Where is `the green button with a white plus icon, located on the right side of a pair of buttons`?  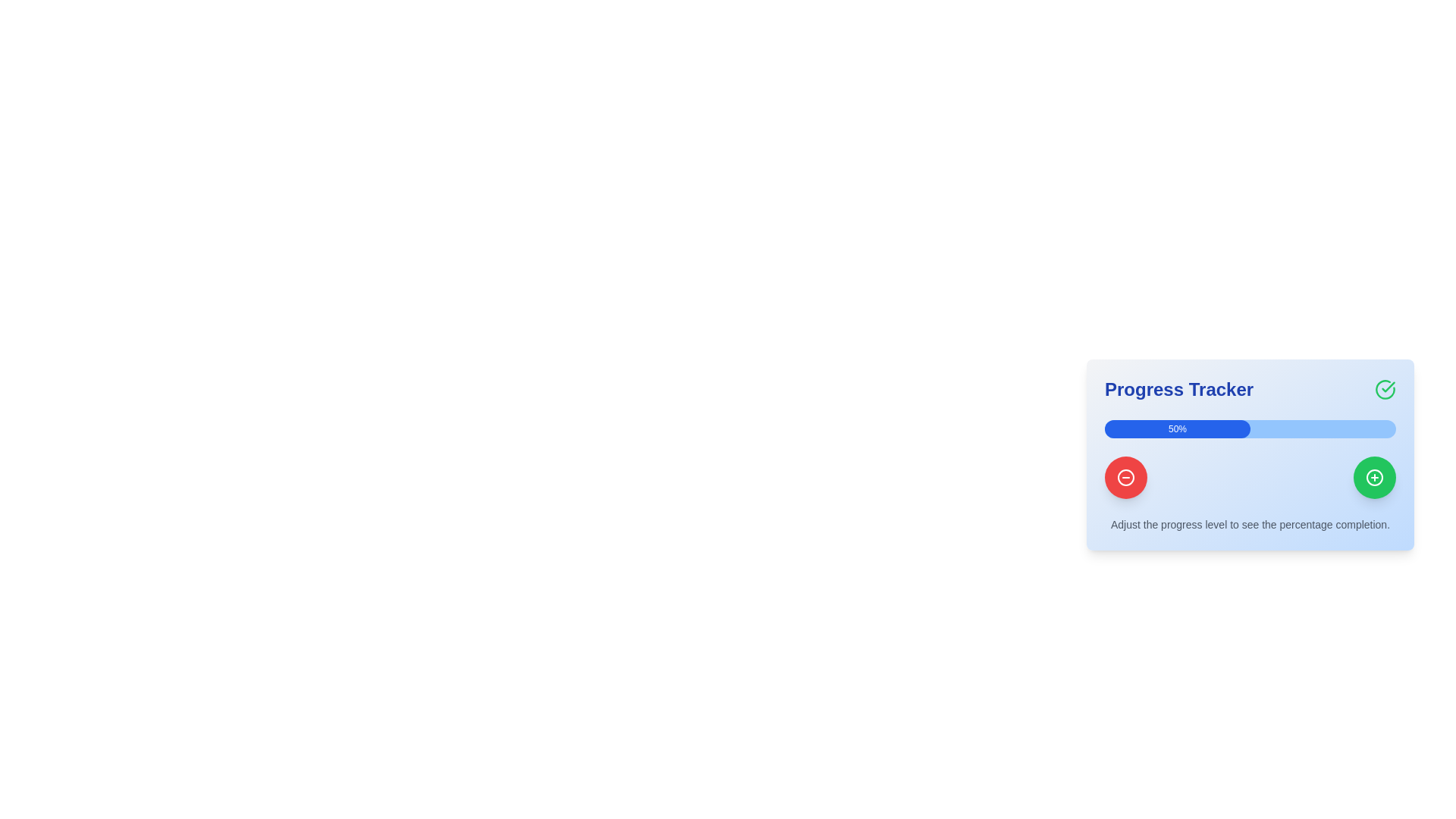
the green button with a white plus icon, located on the right side of a pair of buttons is located at coordinates (1375, 476).